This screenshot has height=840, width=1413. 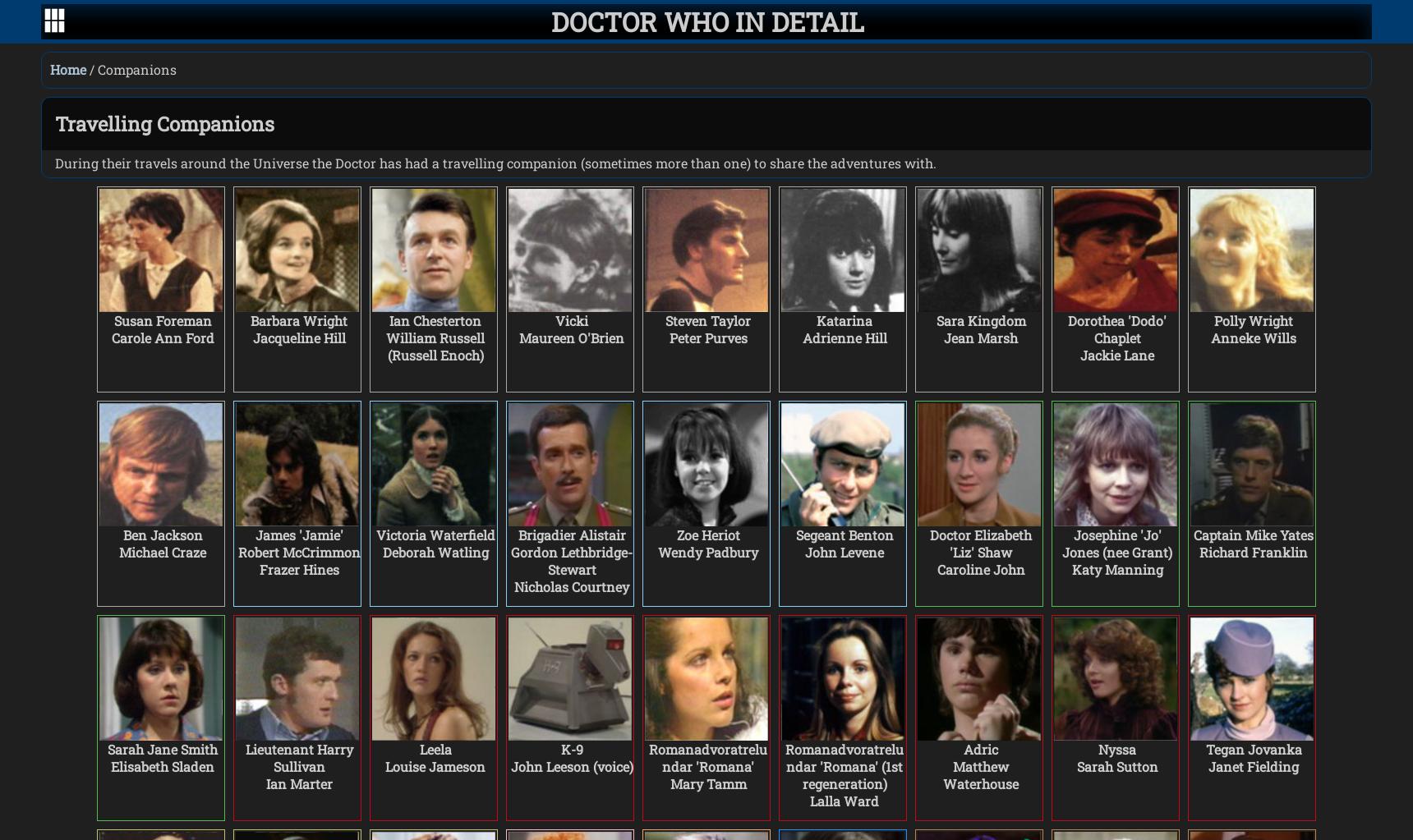 What do you see at coordinates (298, 543) in the screenshot?
I see `'James 'Jamie' Robert McCrimmon'` at bounding box center [298, 543].